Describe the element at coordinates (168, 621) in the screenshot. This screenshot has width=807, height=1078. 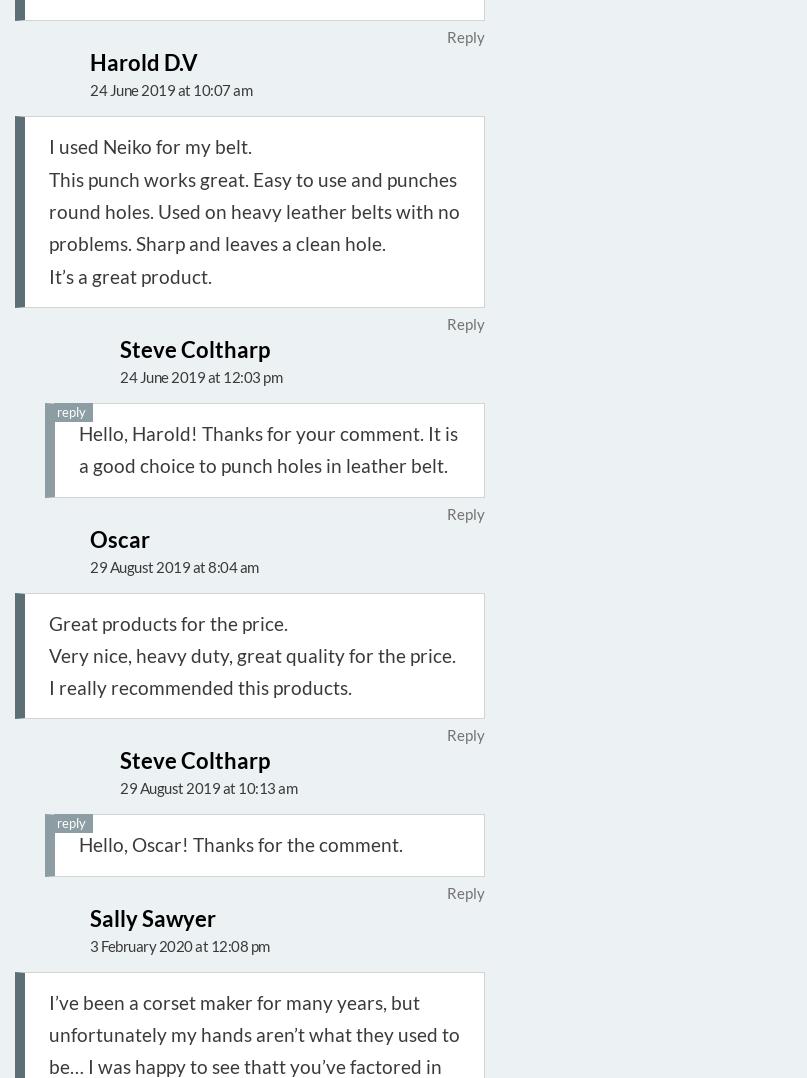
I see `'Great products for the price.'` at that location.